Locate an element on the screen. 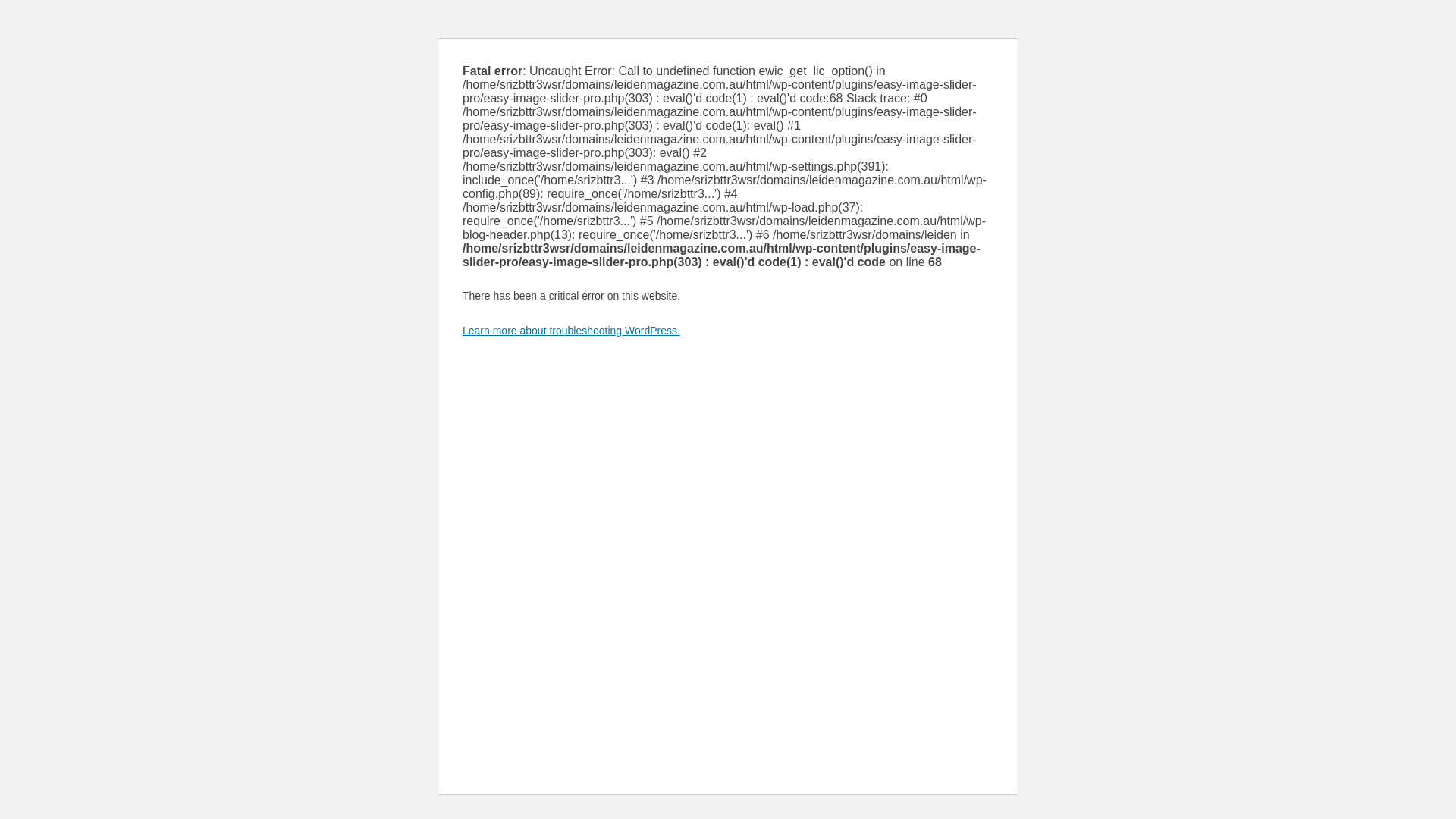 The image size is (1456, 819). 'Learn more about troubleshooting WordPress.' is located at coordinates (570, 329).